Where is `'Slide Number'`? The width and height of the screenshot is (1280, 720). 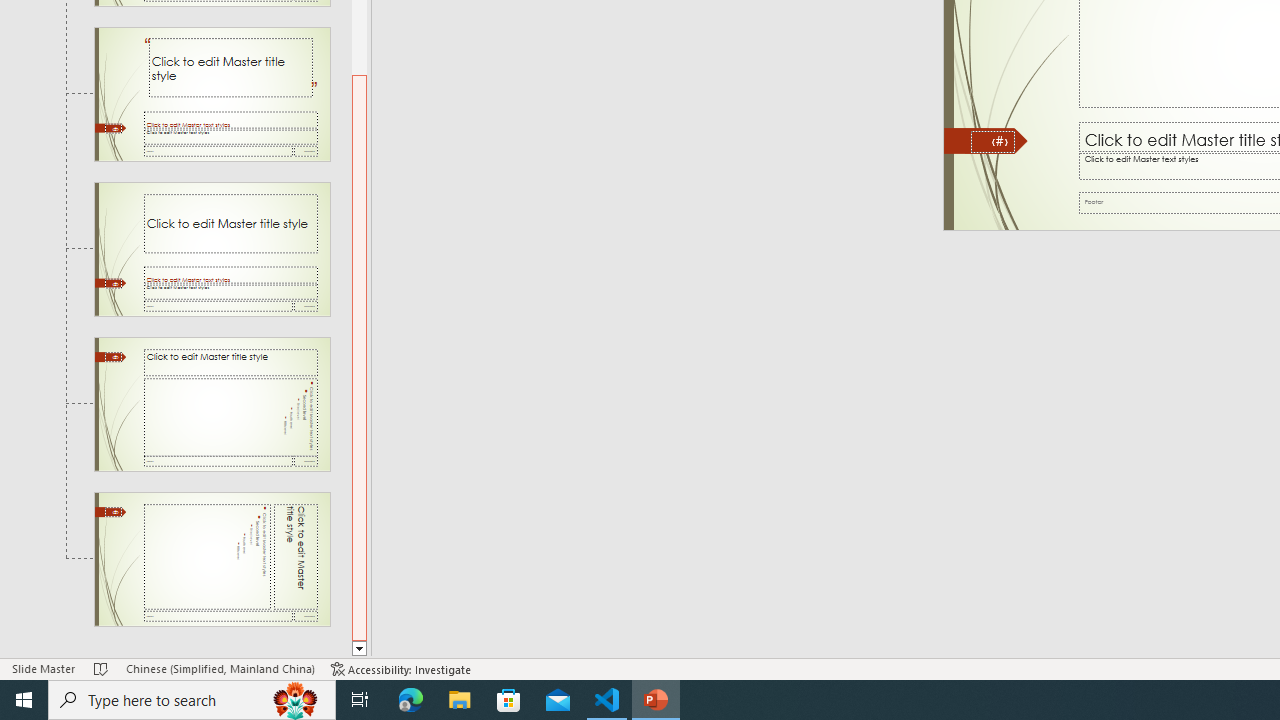 'Slide Number' is located at coordinates (993, 140).